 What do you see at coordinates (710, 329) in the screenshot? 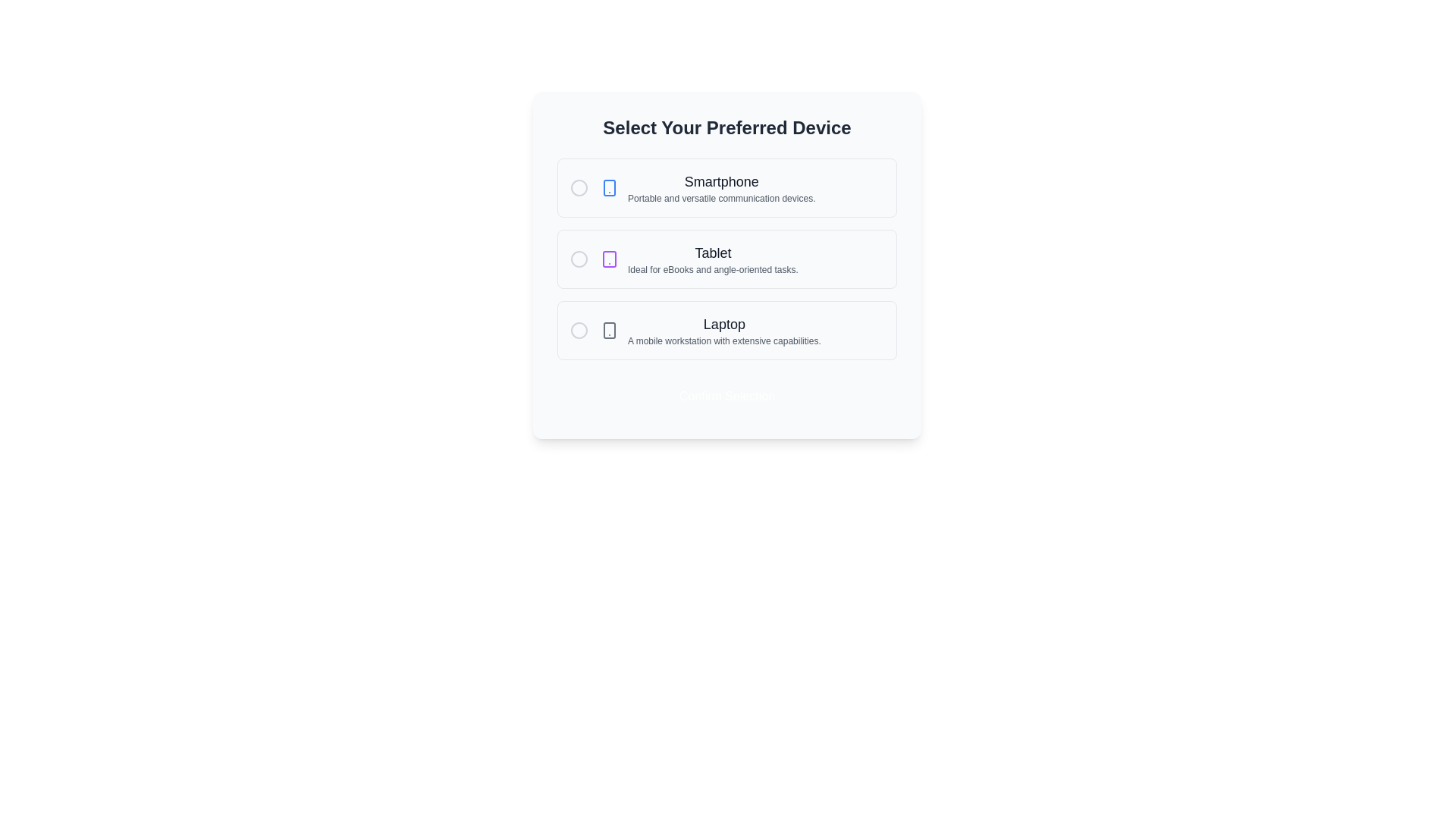
I see `the 'Laptop' option in the selectable list` at bounding box center [710, 329].